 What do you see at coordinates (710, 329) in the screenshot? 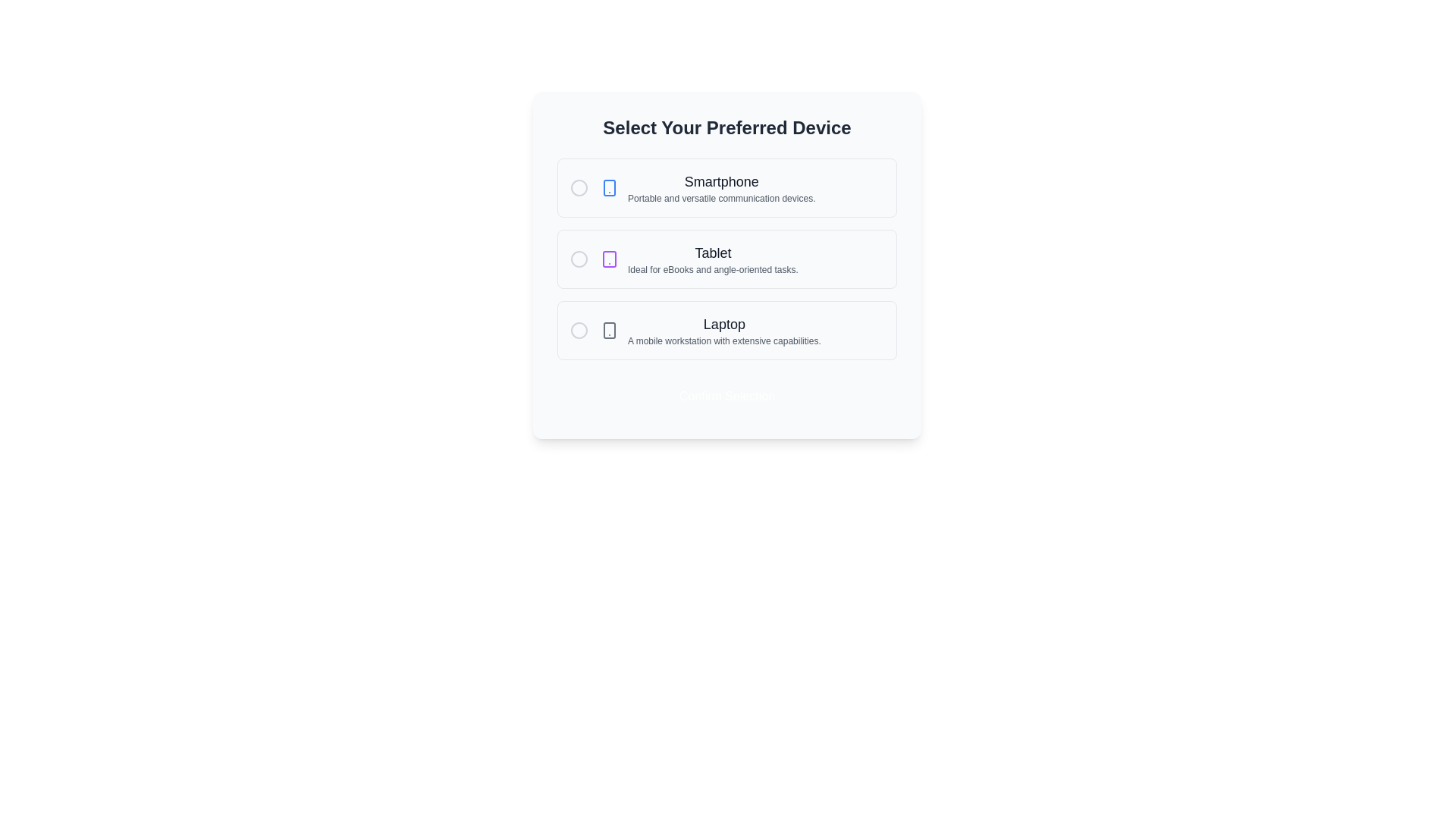
I see `the 'Laptop' option in the selectable list` at bounding box center [710, 329].